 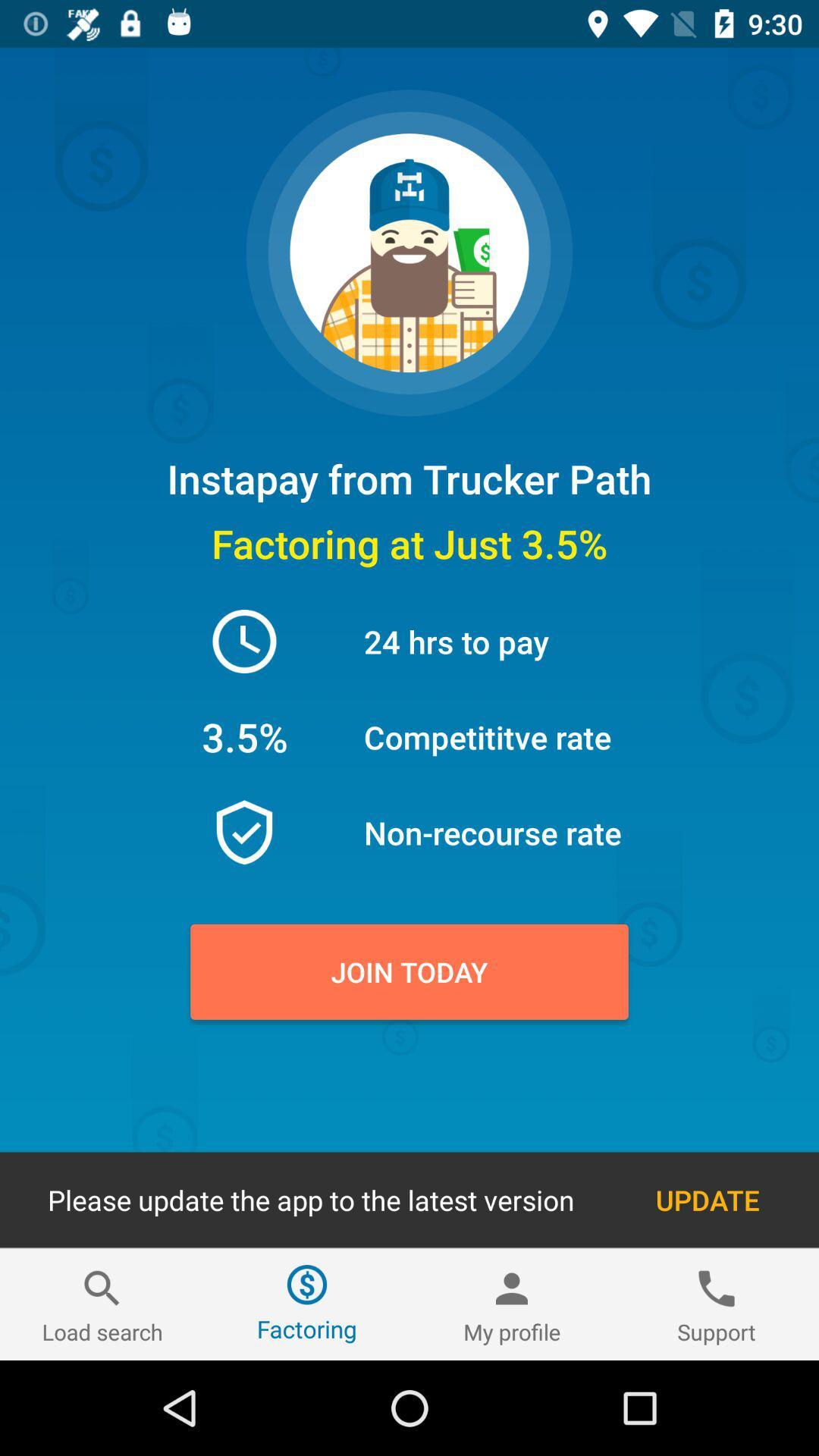 I want to click on icon to the left of the support item, so click(x=512, y=1304).